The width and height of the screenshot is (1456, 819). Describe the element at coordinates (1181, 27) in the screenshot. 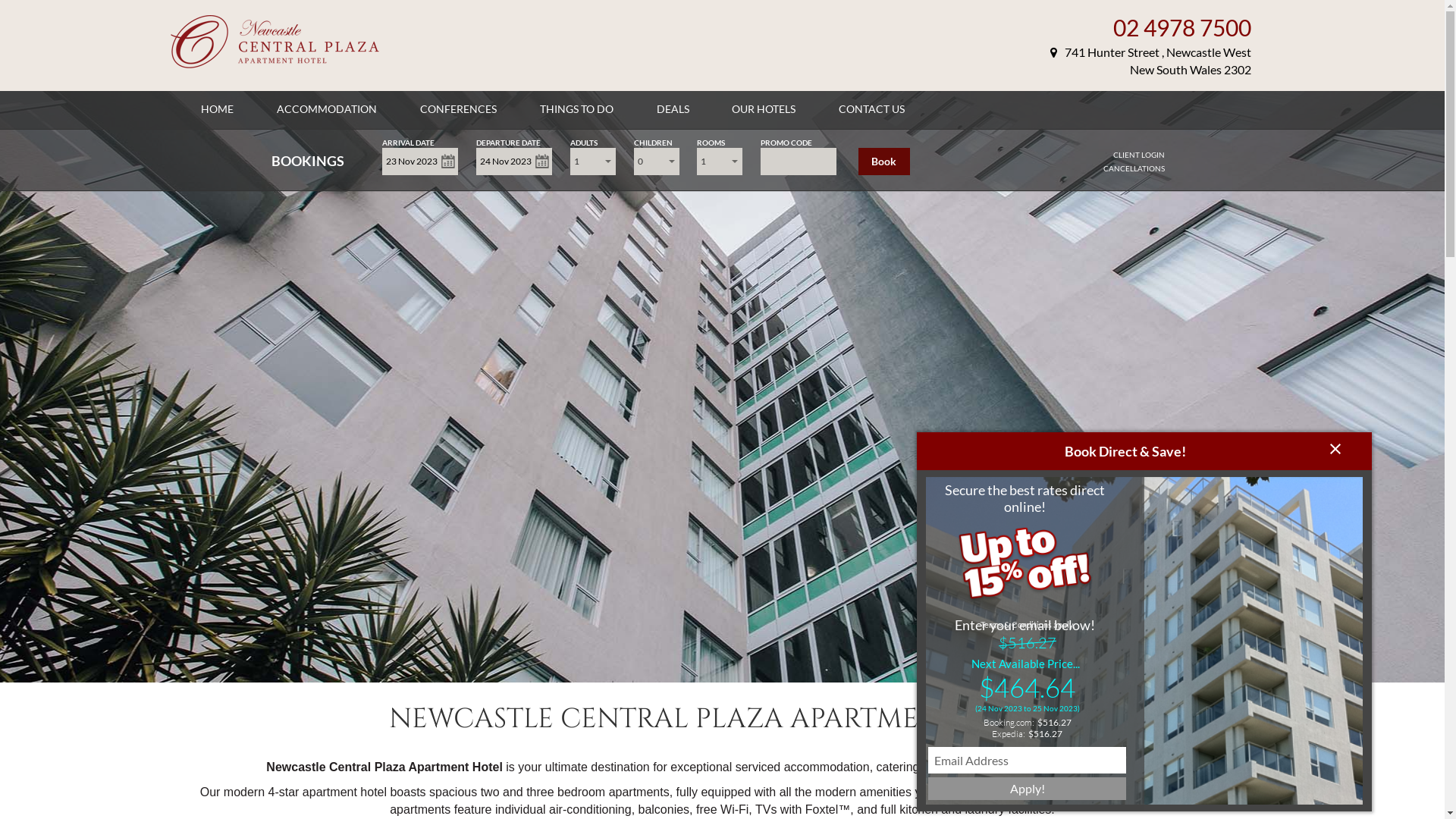

I see `'02 4978 7500'` at that location.